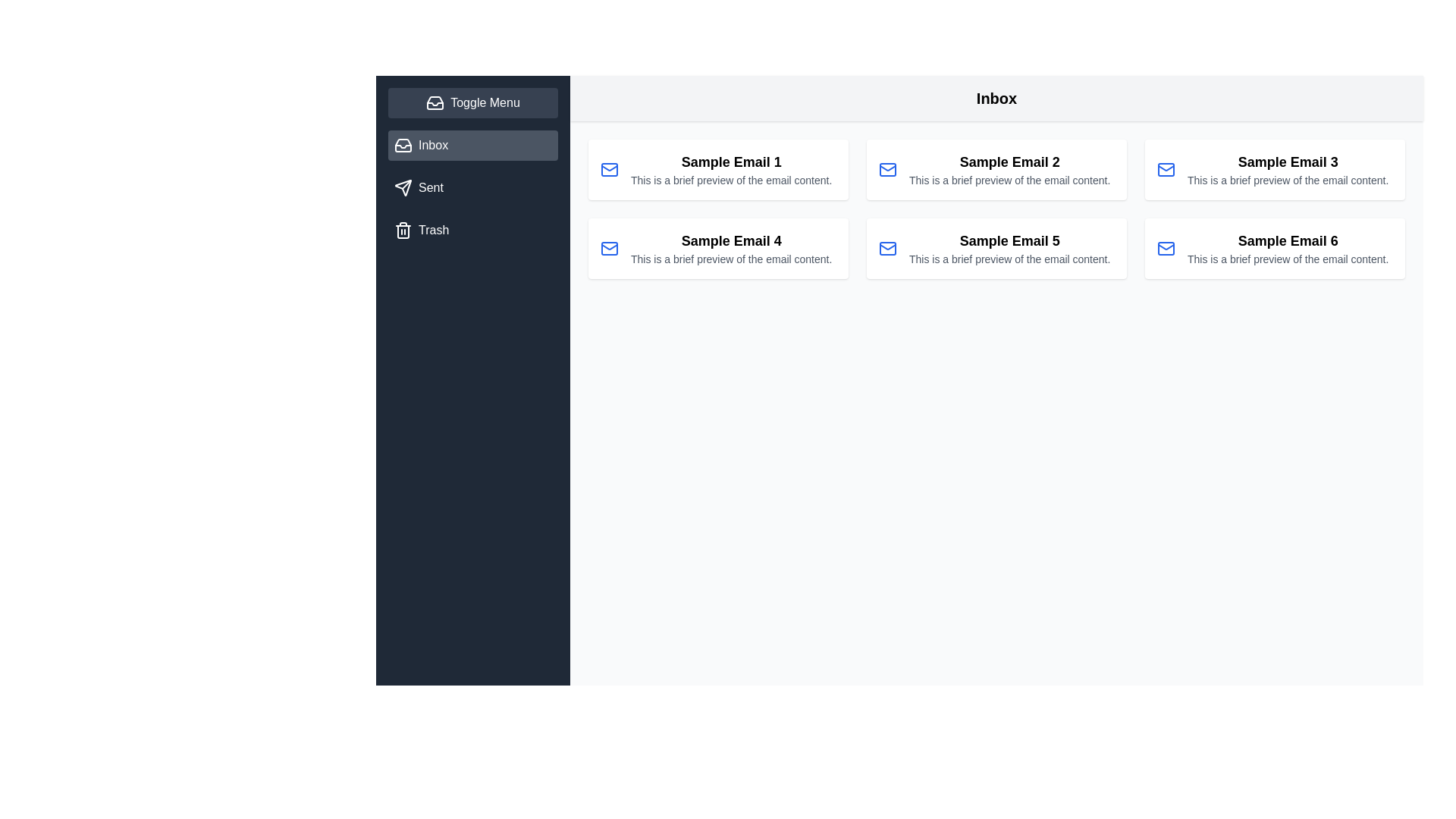 Image resolution: width=1456 pixels, height=819 pixels. I want to click on the 'Trash' icon located on the left-side navigation menu, positioned next to the 'Trash' text, so click(403, 231).